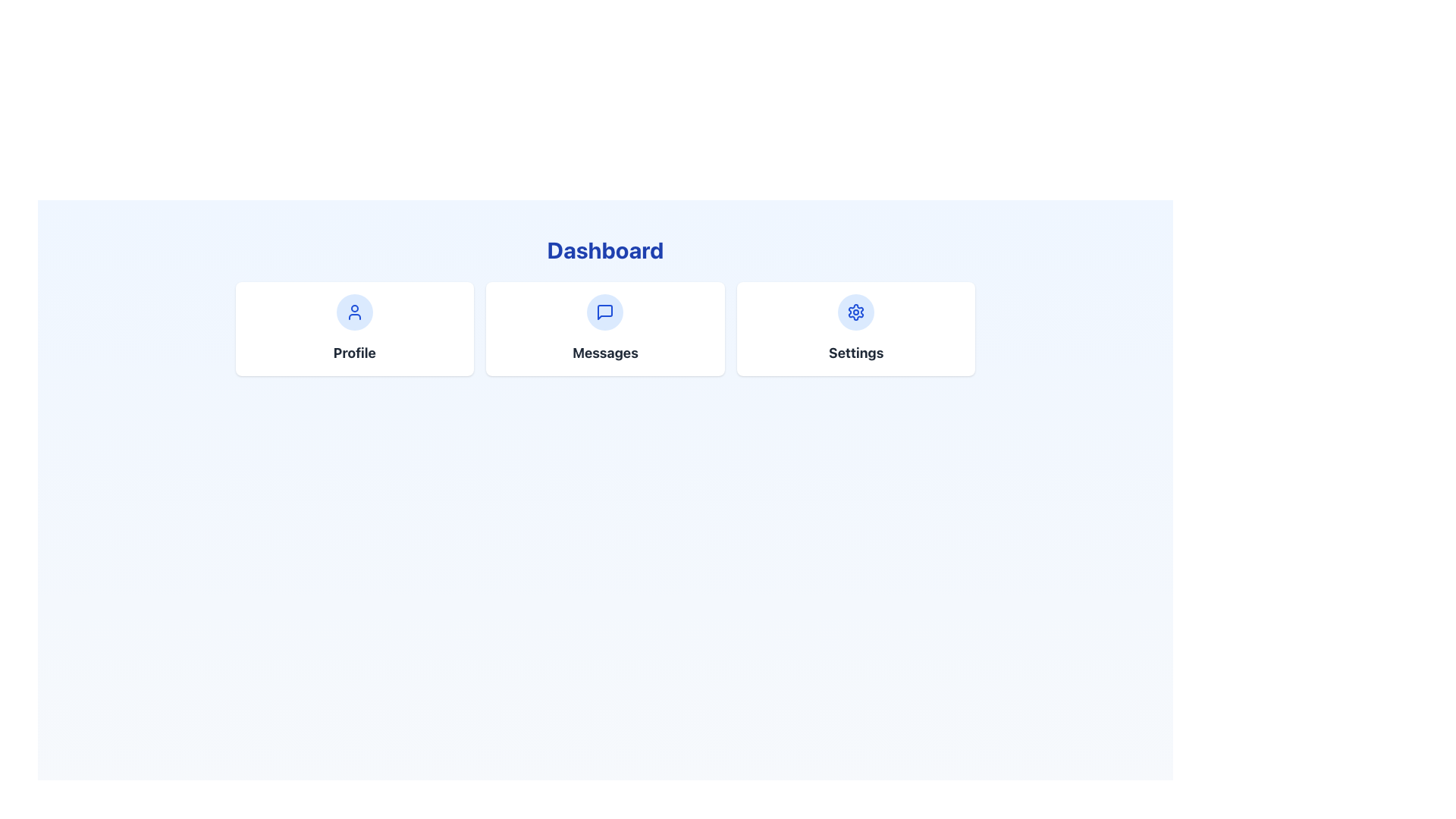 This screenshot has height=819, width=1456. What do you see at coordinates (856, 312) in the screenshot?
I see `the settings icon, which is a graphical representation located at the center of the light blue circular area in the 'Settings' card on the rightmost side of the row of three cards` at bounding box center [856, 312].